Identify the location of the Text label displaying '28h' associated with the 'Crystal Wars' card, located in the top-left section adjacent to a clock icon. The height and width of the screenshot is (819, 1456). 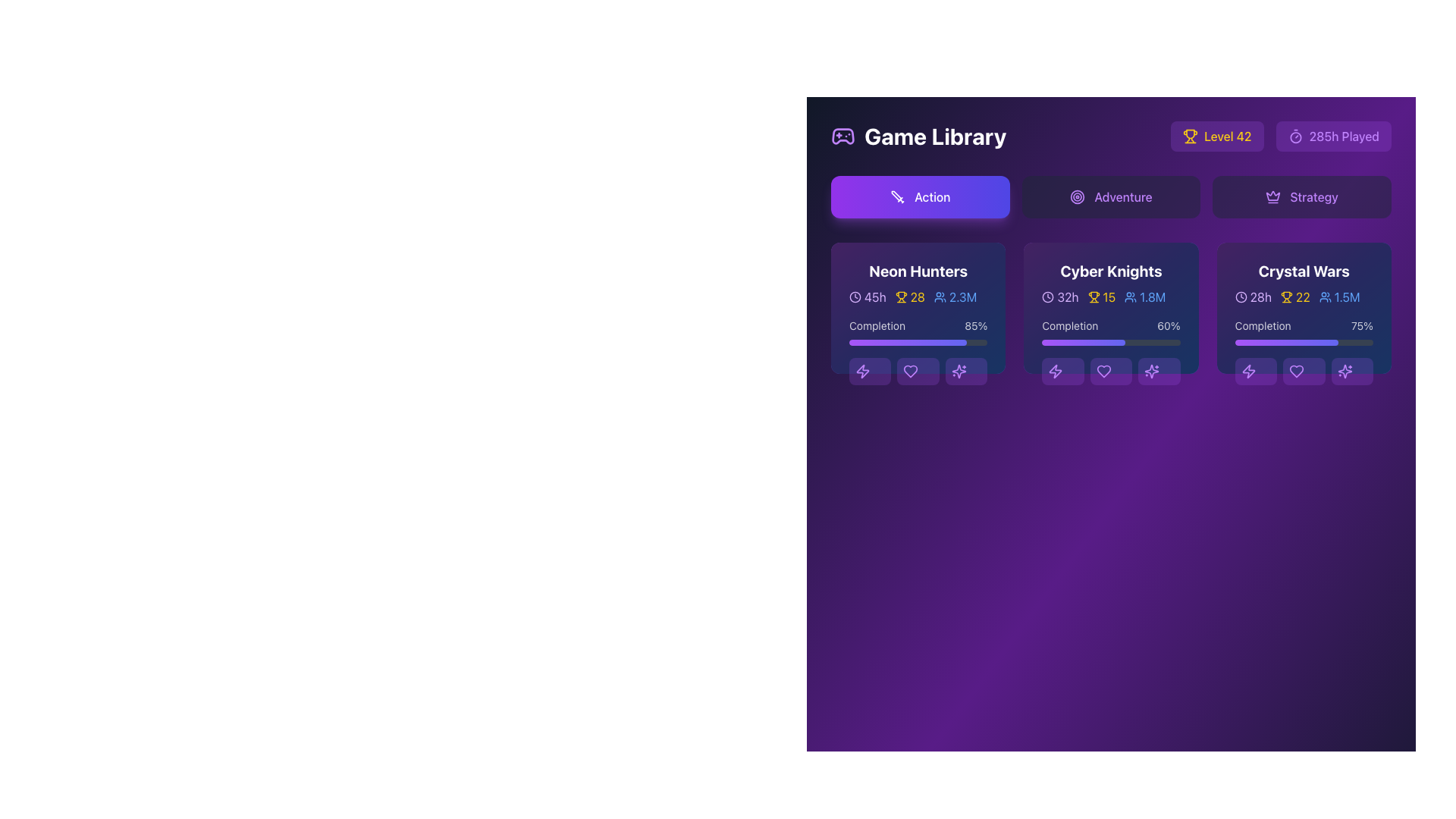
(1260, 297).